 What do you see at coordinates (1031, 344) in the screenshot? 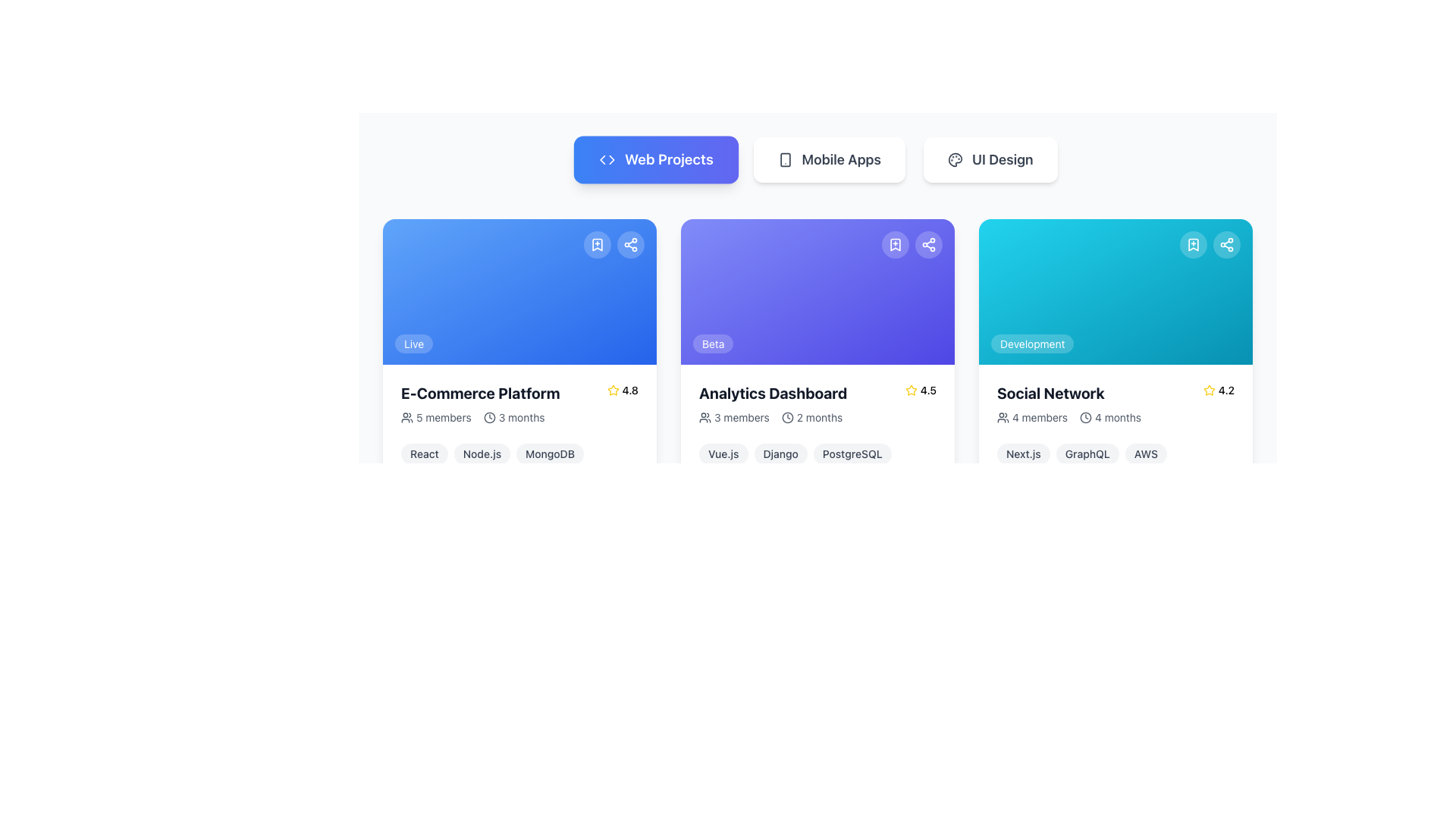
I see `text from the pill-shaped badge with a light blue background and white text that reads 'Development', located at the top section of the 'Social Network' card` at bounding box center [1031, 344].